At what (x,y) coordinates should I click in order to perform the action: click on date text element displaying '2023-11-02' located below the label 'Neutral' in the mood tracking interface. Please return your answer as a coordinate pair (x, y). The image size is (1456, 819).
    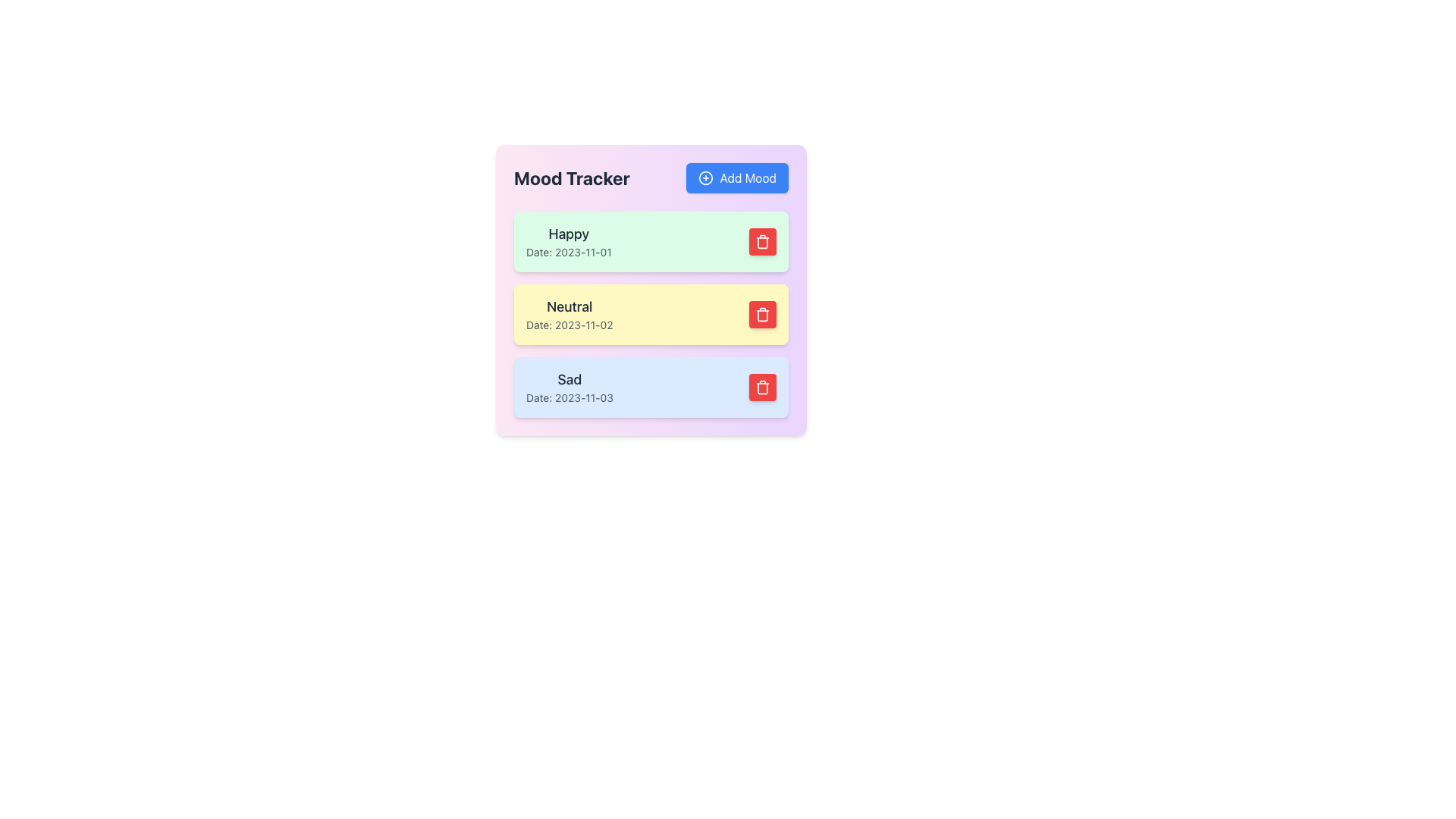
    Looking at the image, I should click on (569, 324).